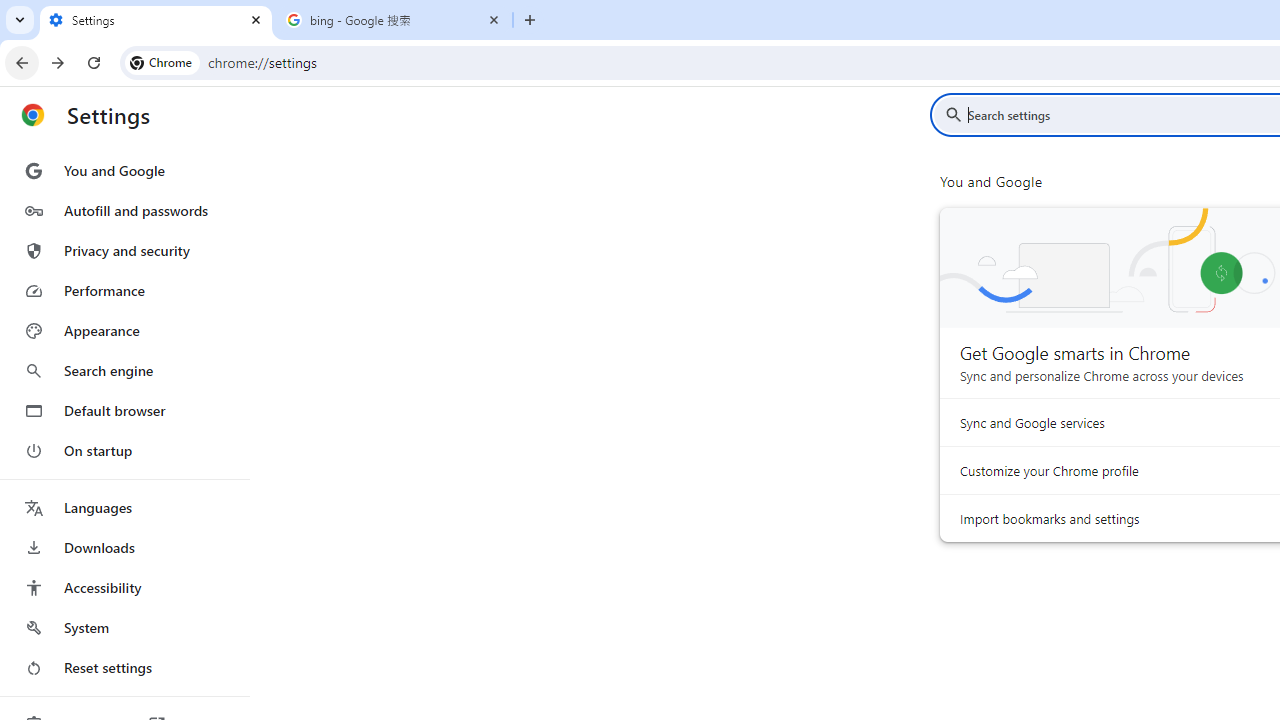  What do you see at coordinates (123, 330) in the screenshot?
I see `'Appearance'` at bounding box center [123, 330].